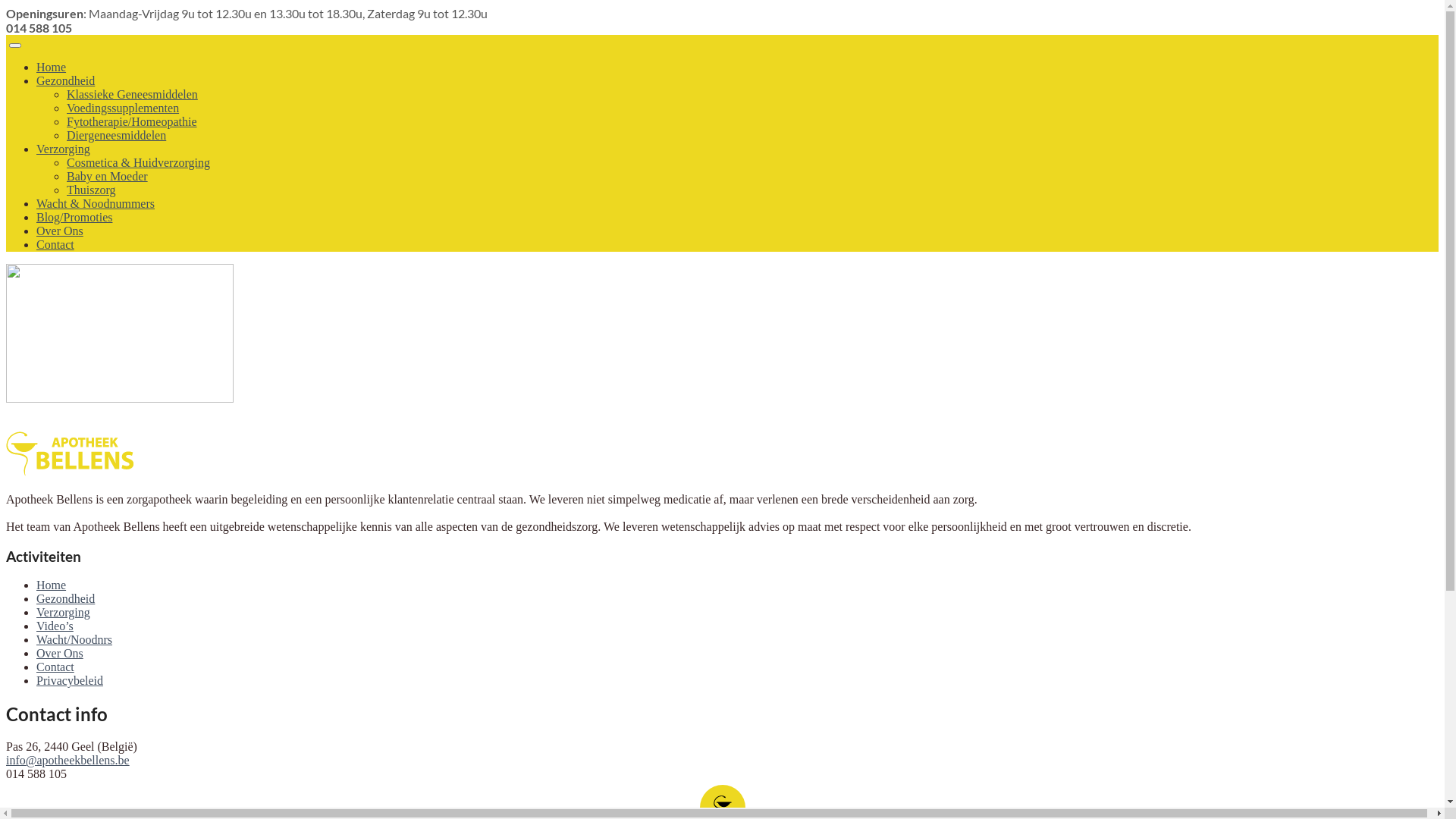 The height and width of the screenshot is (819, 1456). I want to click on 'Wacht & Noodnummers', so click(94, 202).